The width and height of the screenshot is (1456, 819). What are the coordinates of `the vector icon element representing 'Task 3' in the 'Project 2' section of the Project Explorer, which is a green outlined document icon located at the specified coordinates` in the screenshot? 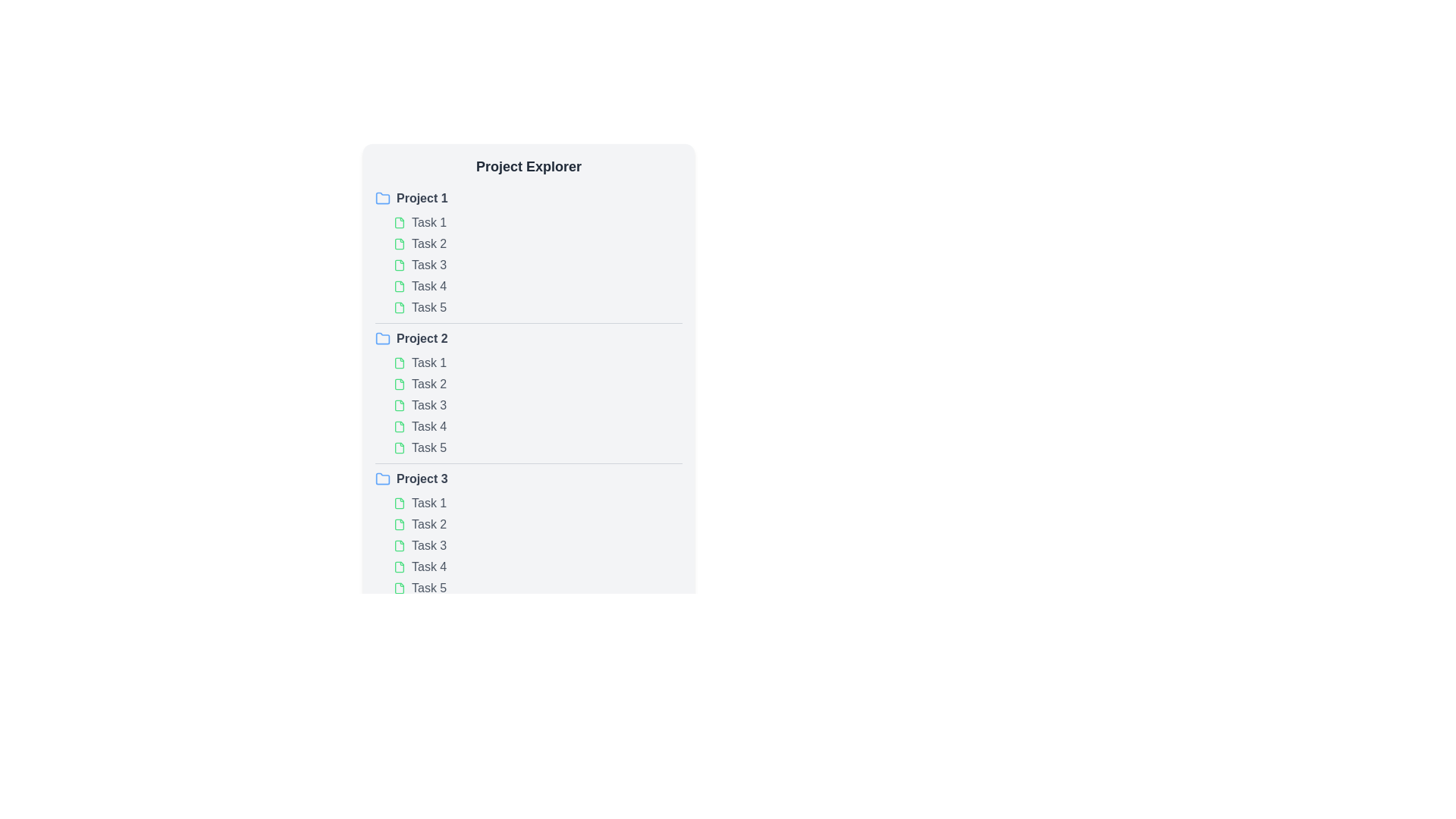 It's located at (400, 405).